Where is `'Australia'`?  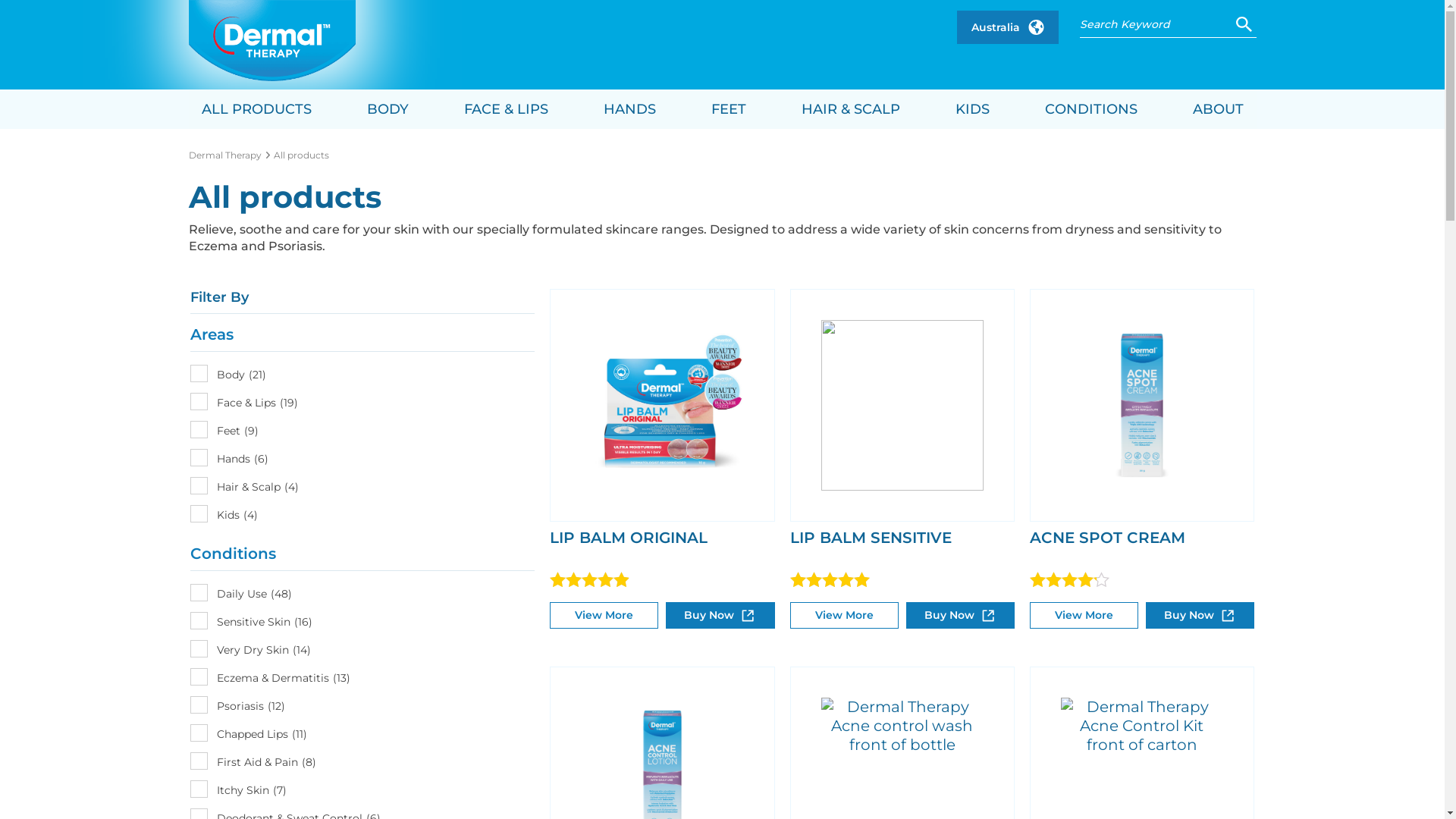
'Australia' is located at coordinates (1008, 27).